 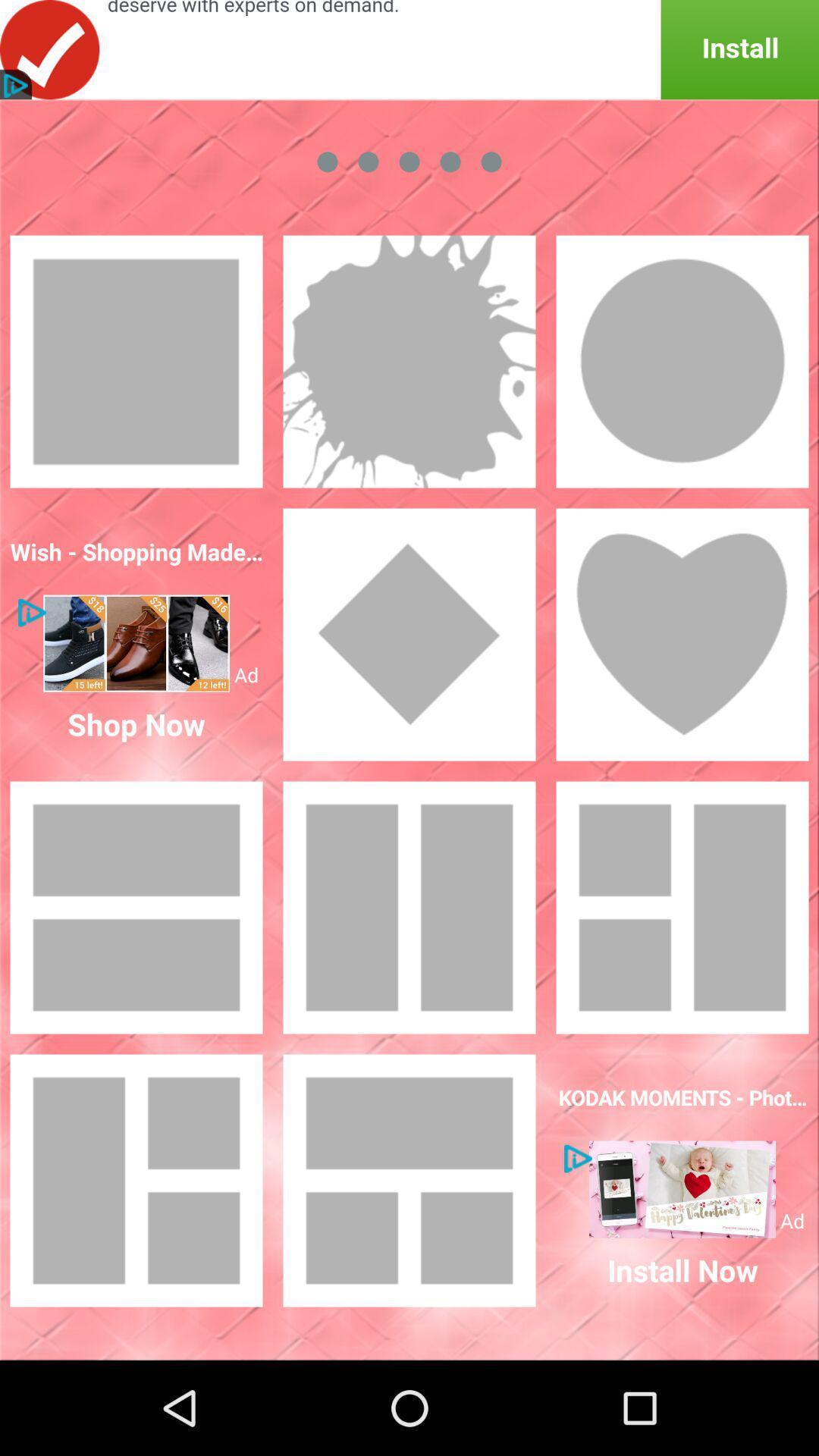 What do you see at coordinates (136, 643) in the screenshot?
I see `website` at bounding box center [136, 643].